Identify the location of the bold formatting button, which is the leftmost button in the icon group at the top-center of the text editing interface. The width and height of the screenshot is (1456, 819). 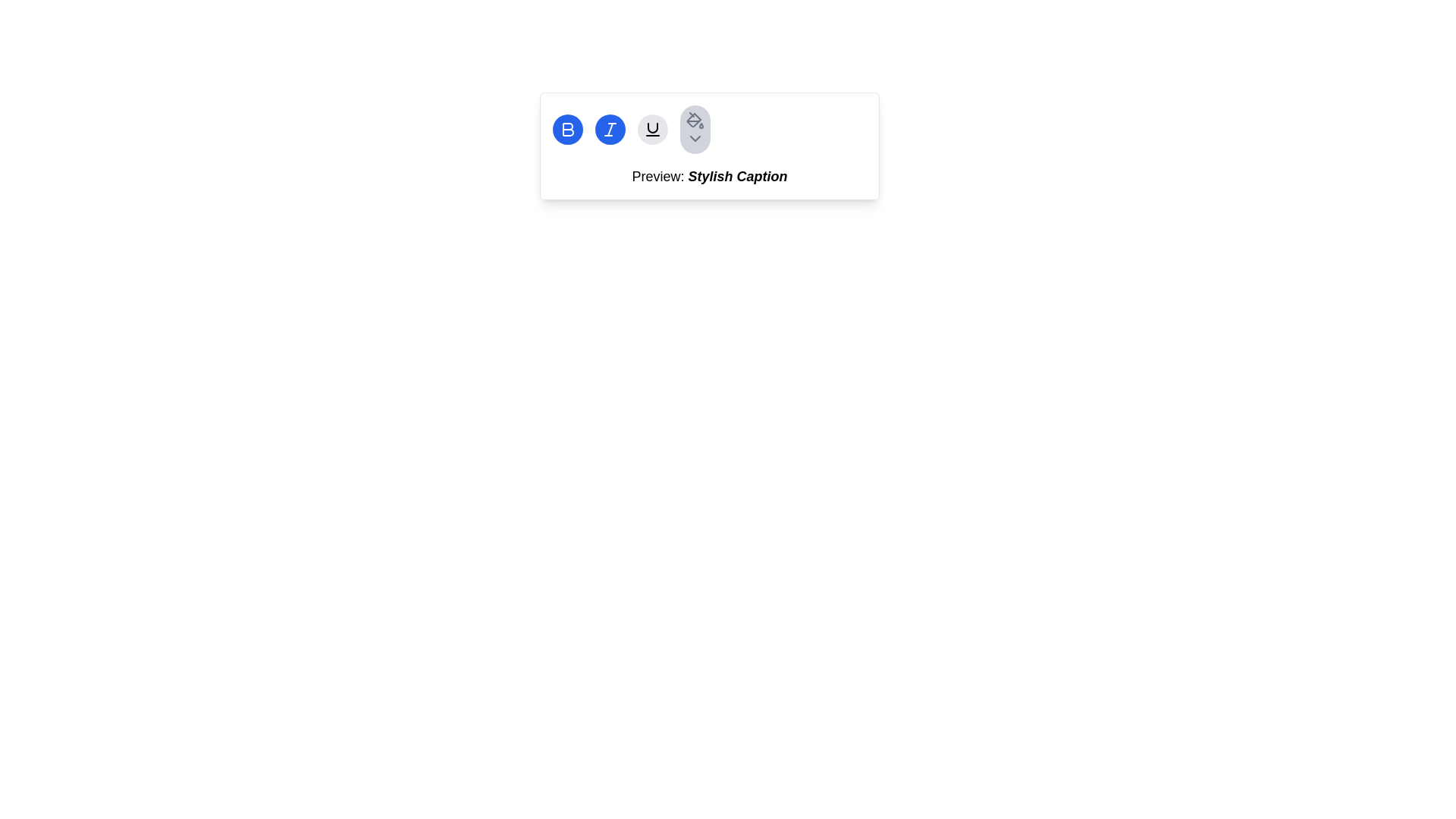
(567, 128).